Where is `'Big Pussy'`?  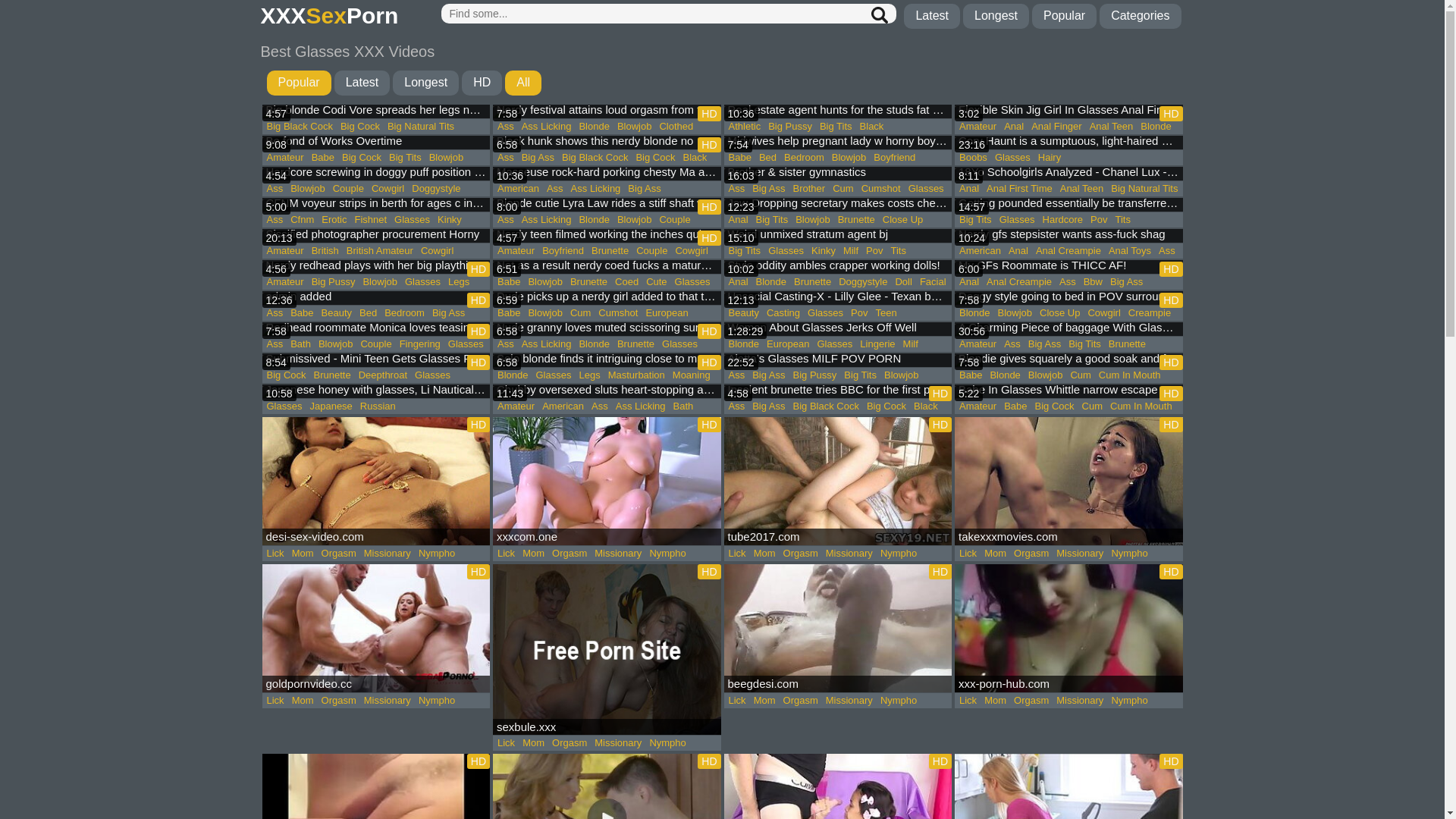
'Big Pussy' is located at coordinates (307, 281).